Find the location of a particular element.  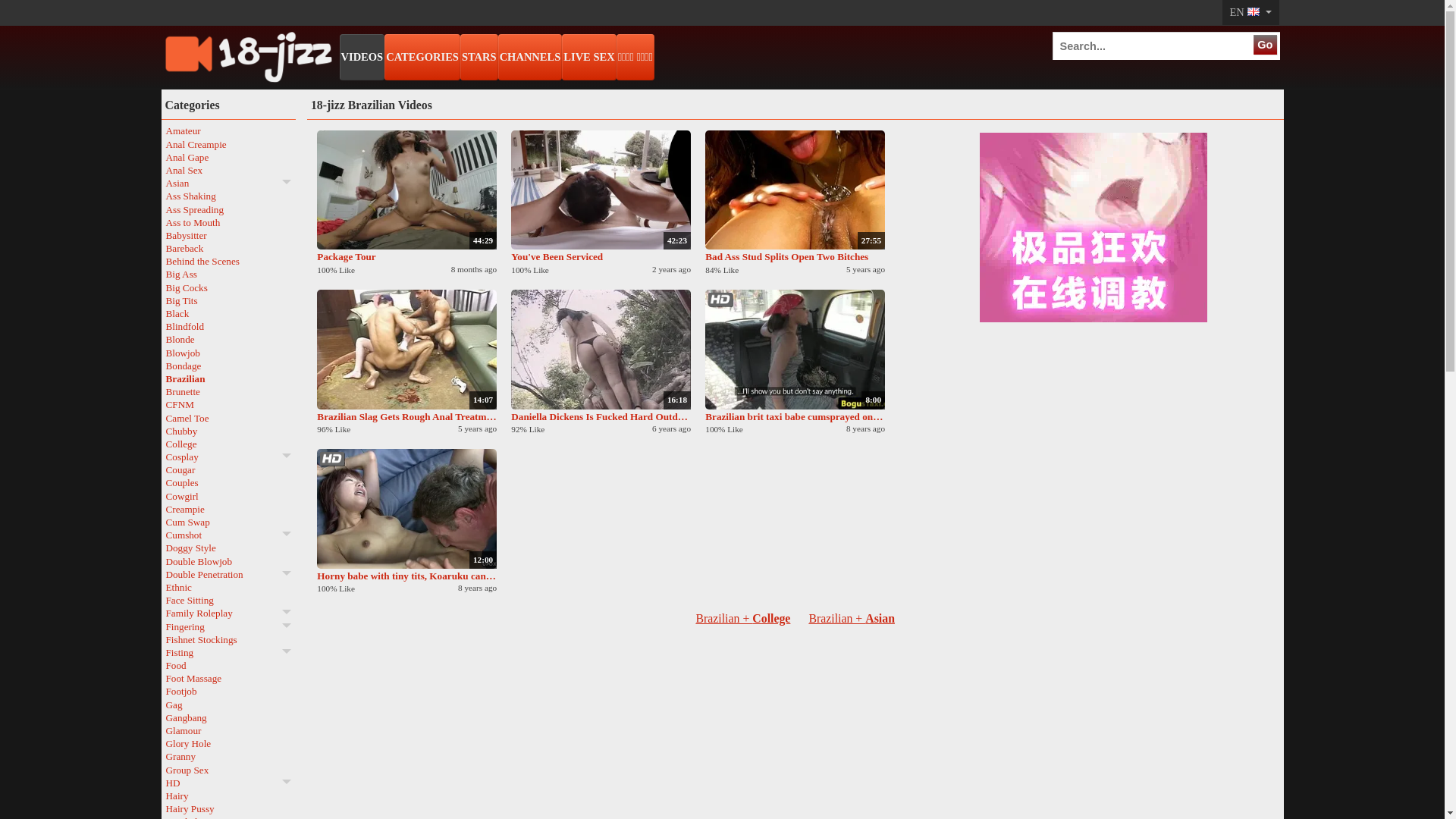

'Anal Gape' is located at coordinates (165, 157).